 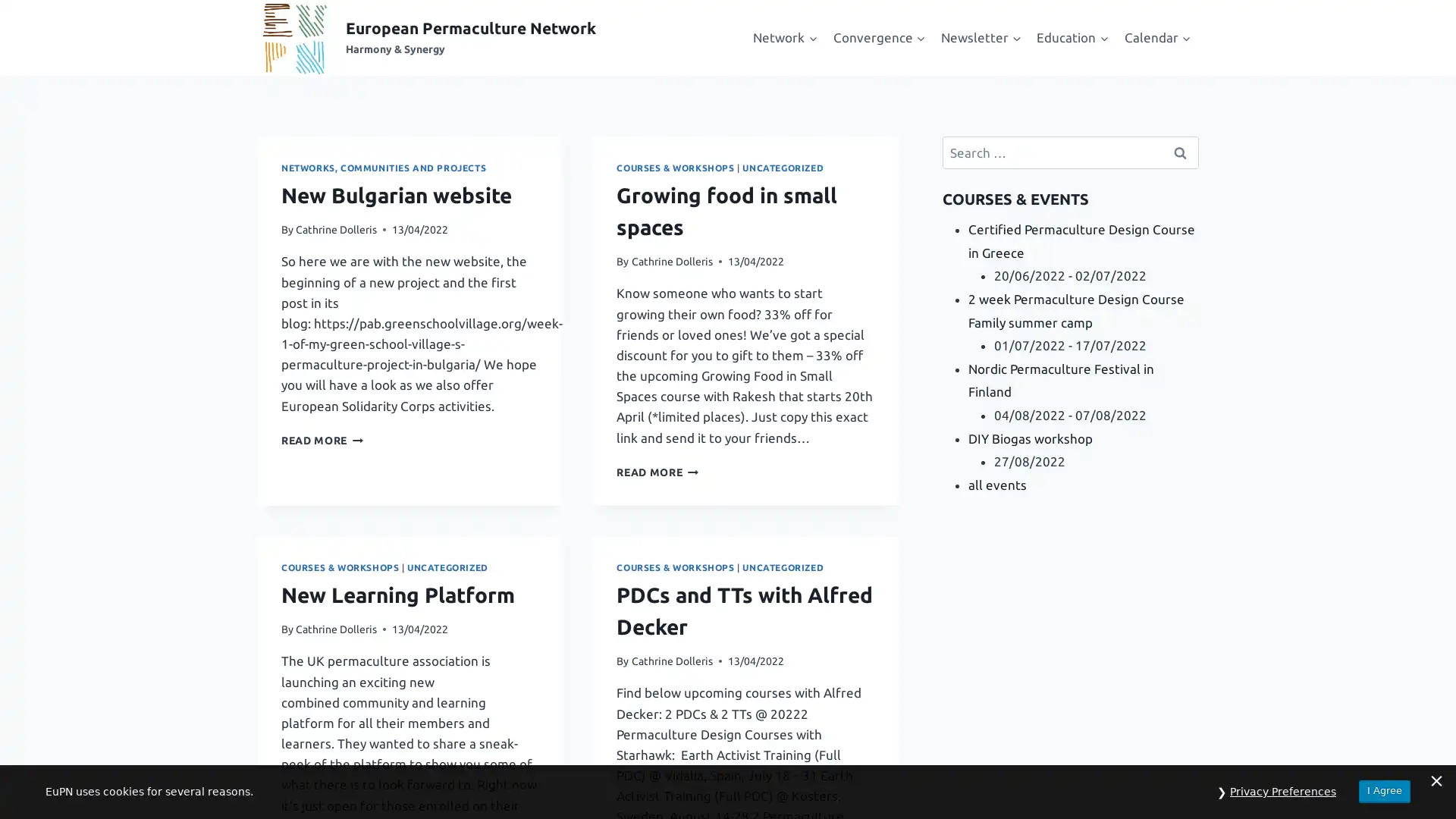 I want to click on Expand child menu, so click(x=785, y=36).